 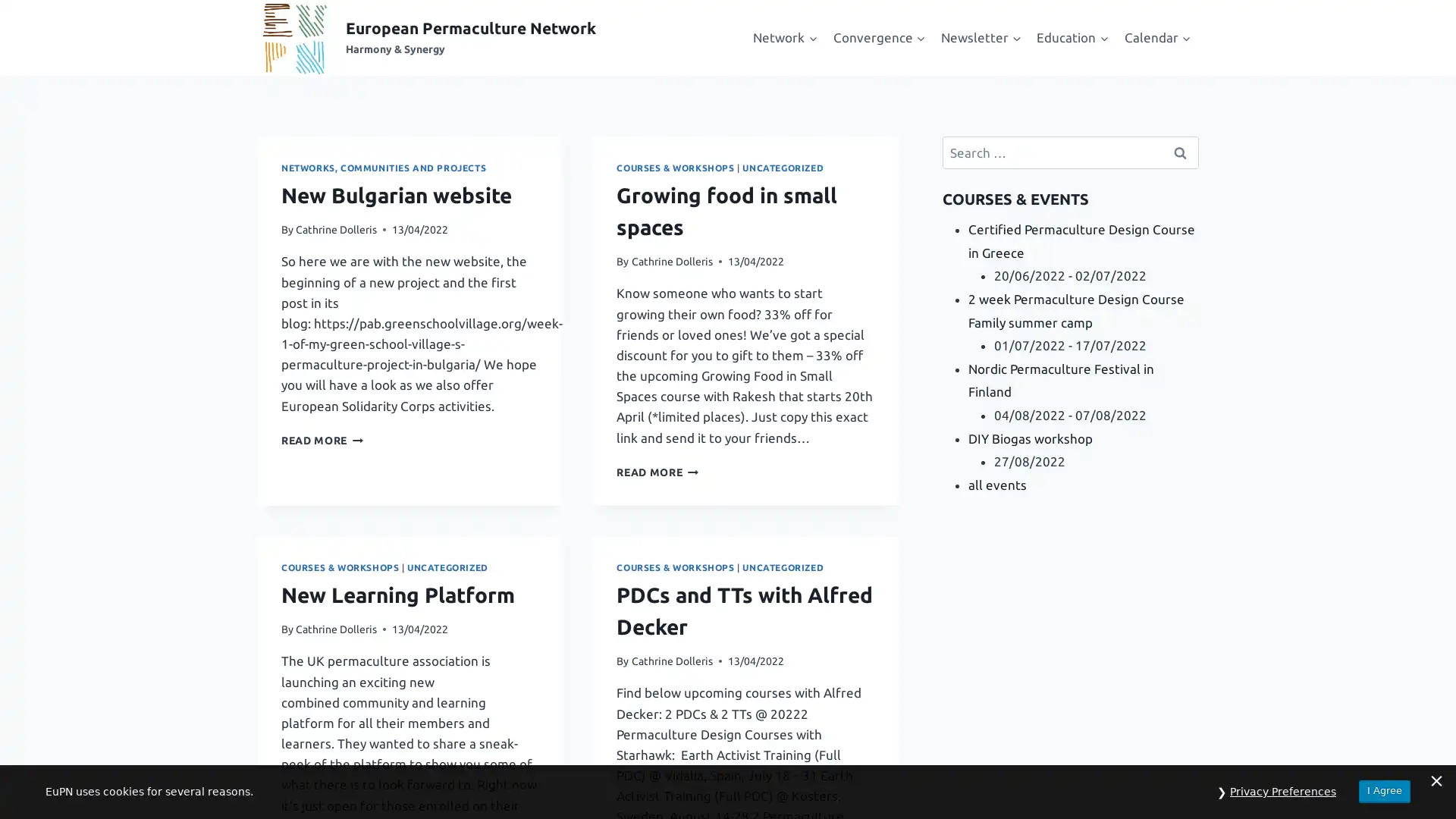 I want to click on Expand child menu, so click(x=785, y=36).